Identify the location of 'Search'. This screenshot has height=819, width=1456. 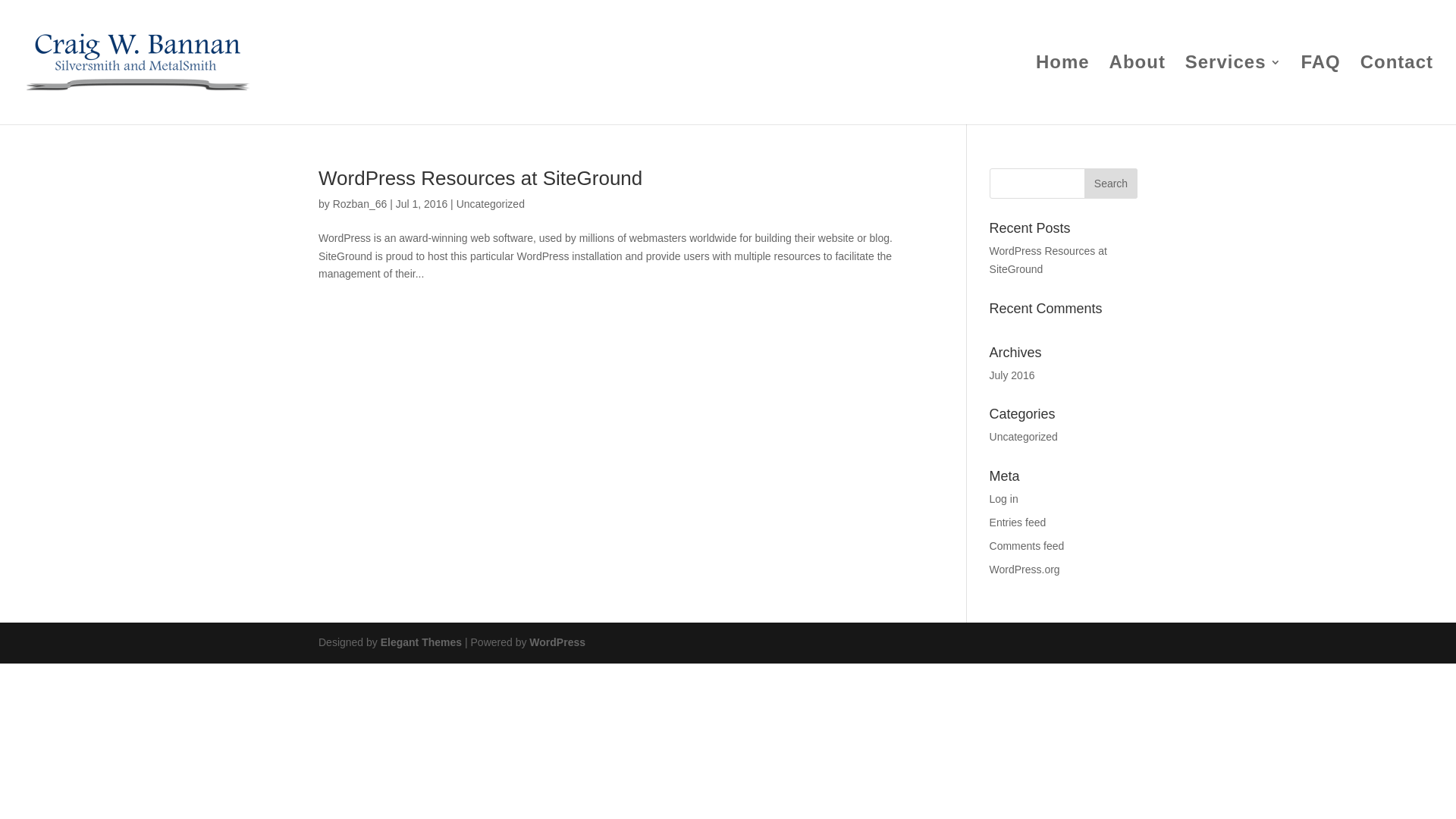
(1110, 183).